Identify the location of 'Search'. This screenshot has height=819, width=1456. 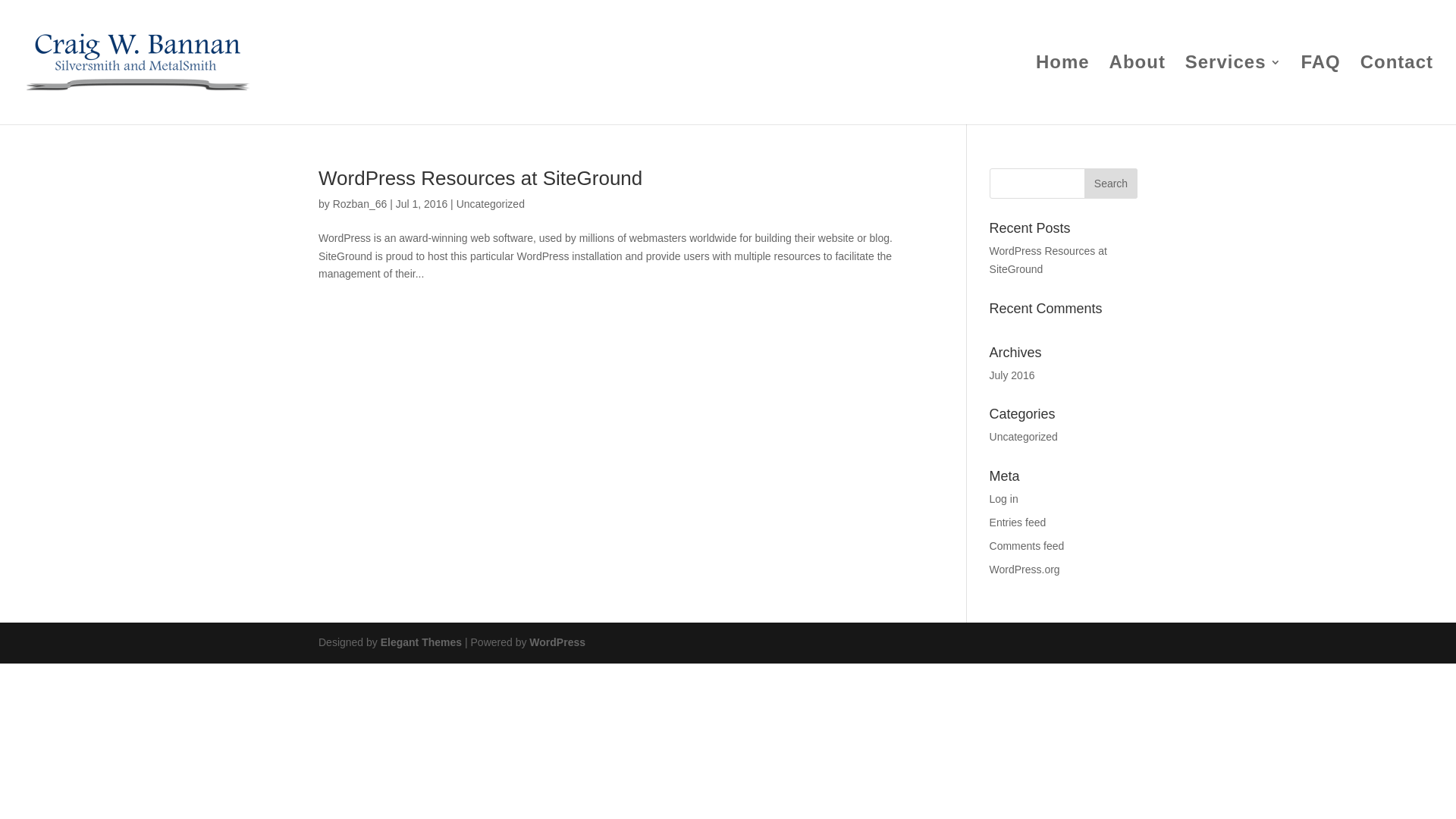
(1110, 183).